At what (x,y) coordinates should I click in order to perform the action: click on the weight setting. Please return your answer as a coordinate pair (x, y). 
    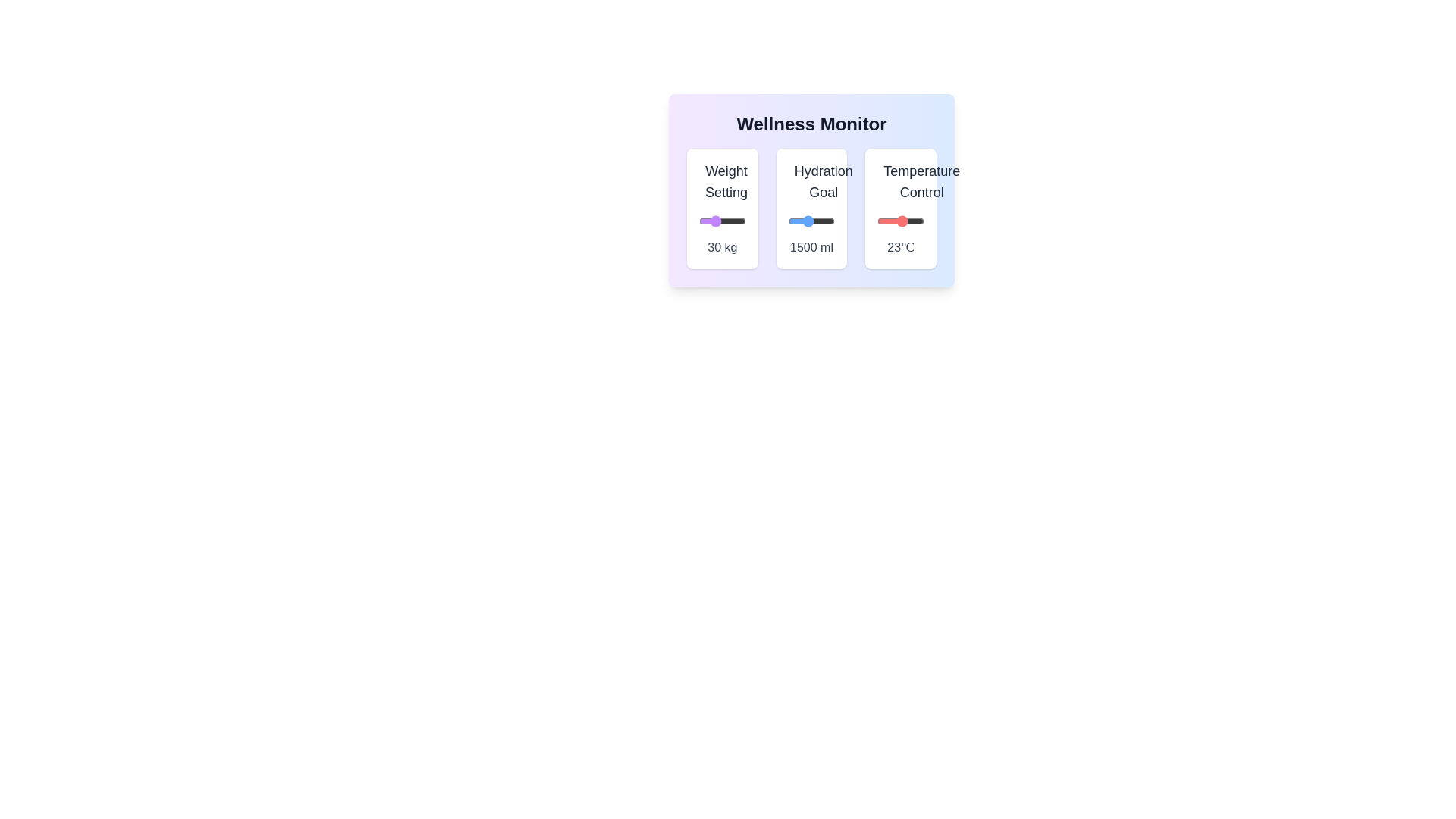
    Looking at the image, I should click on (704, 221).